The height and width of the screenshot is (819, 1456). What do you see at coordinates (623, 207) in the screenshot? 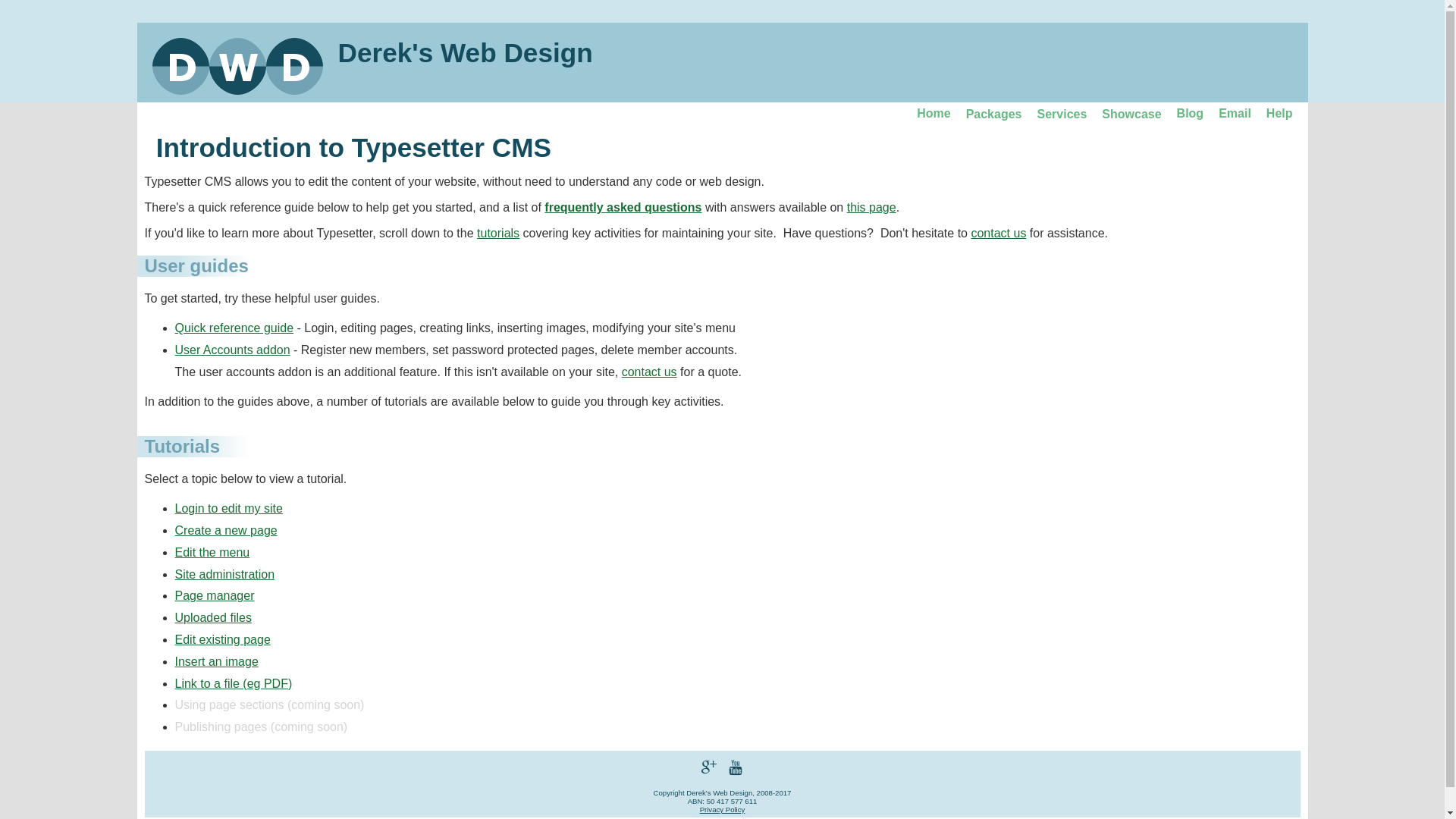
I see `'frequently asked questions'` at bounding box center [623, 207].